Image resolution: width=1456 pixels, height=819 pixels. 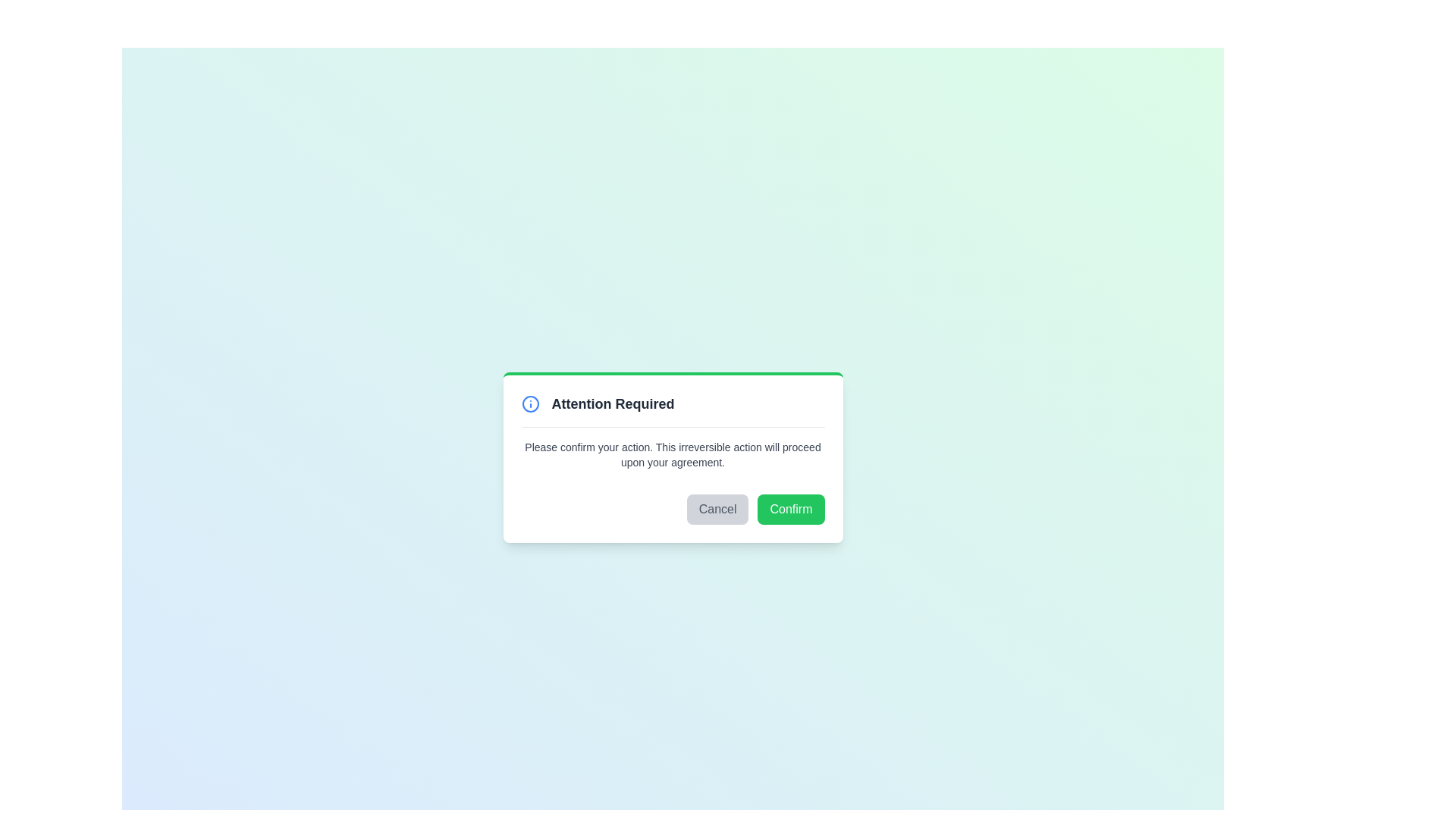 I want to click on the text of the bold header titled 'Attention Required' by hovering and dragging from its center point, so click(x=613, y=403).